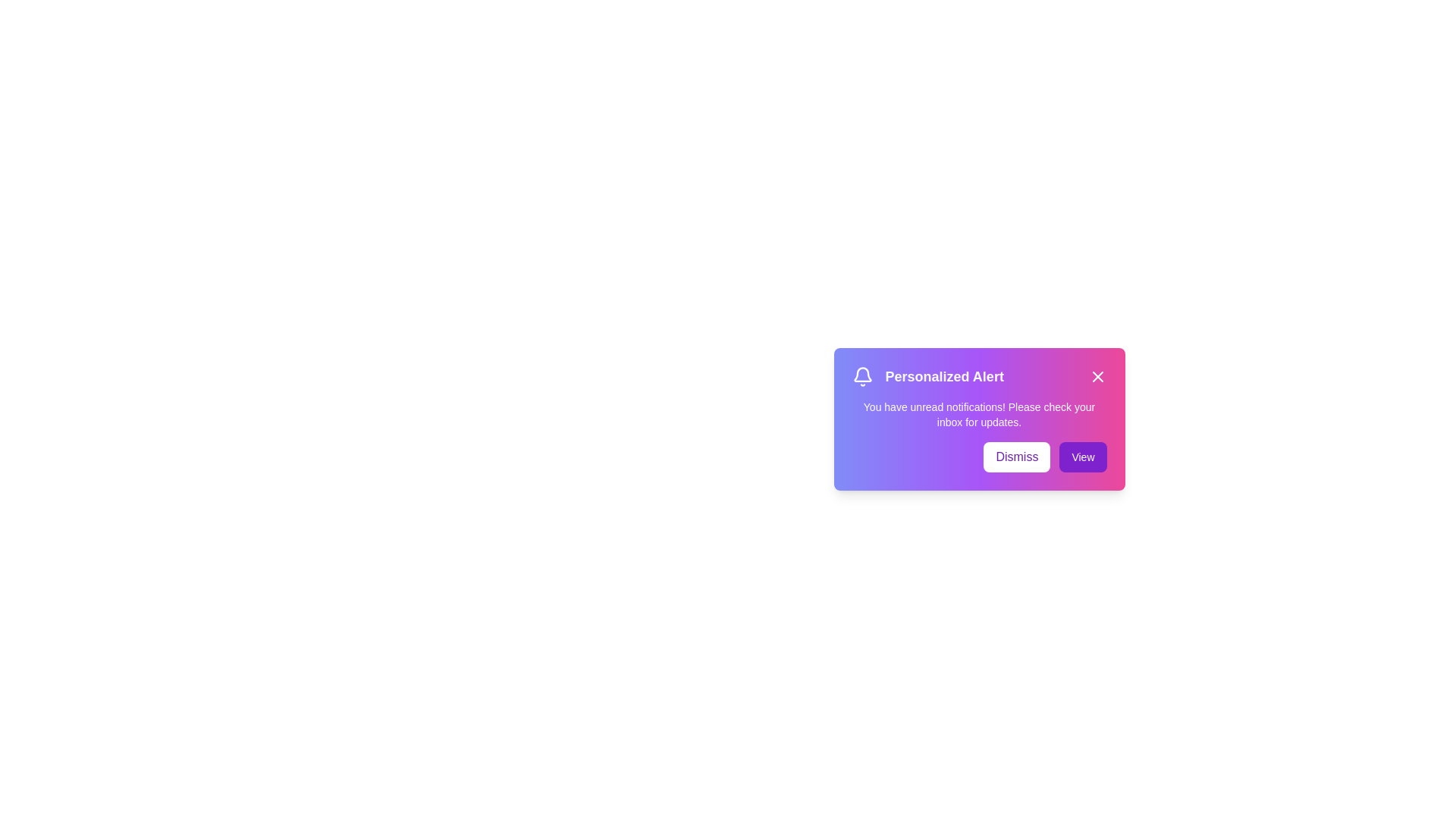 Image resolution: width=1456 pixels, height=819 pixels. I want to click on the 'View' button to view the notification details, so click(1082, 456).